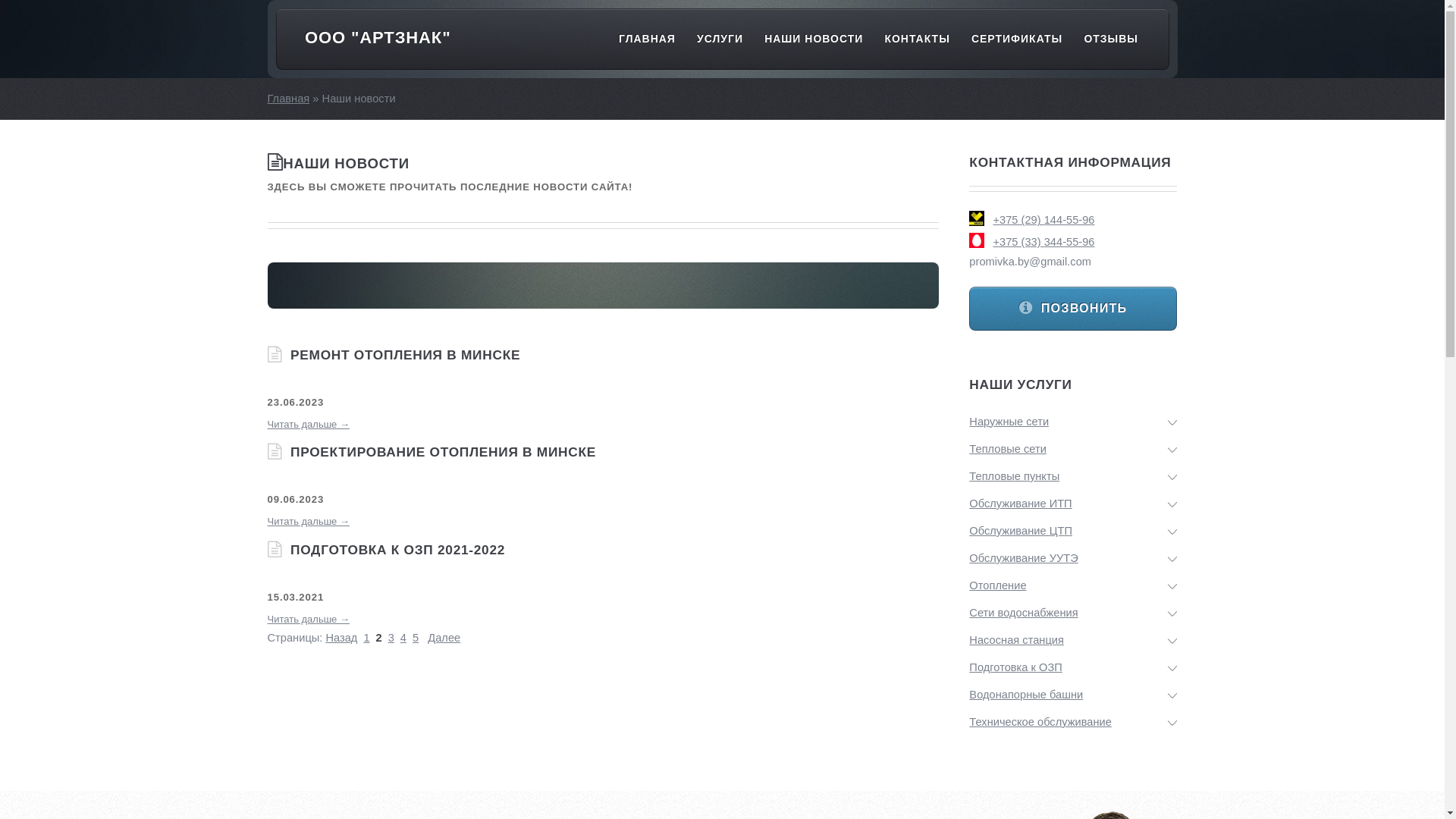 The height and width of the screenshot is (819, 1456). Describe the element at coordinates (366, 637) in the screenshot. I see `'1'` at that location.